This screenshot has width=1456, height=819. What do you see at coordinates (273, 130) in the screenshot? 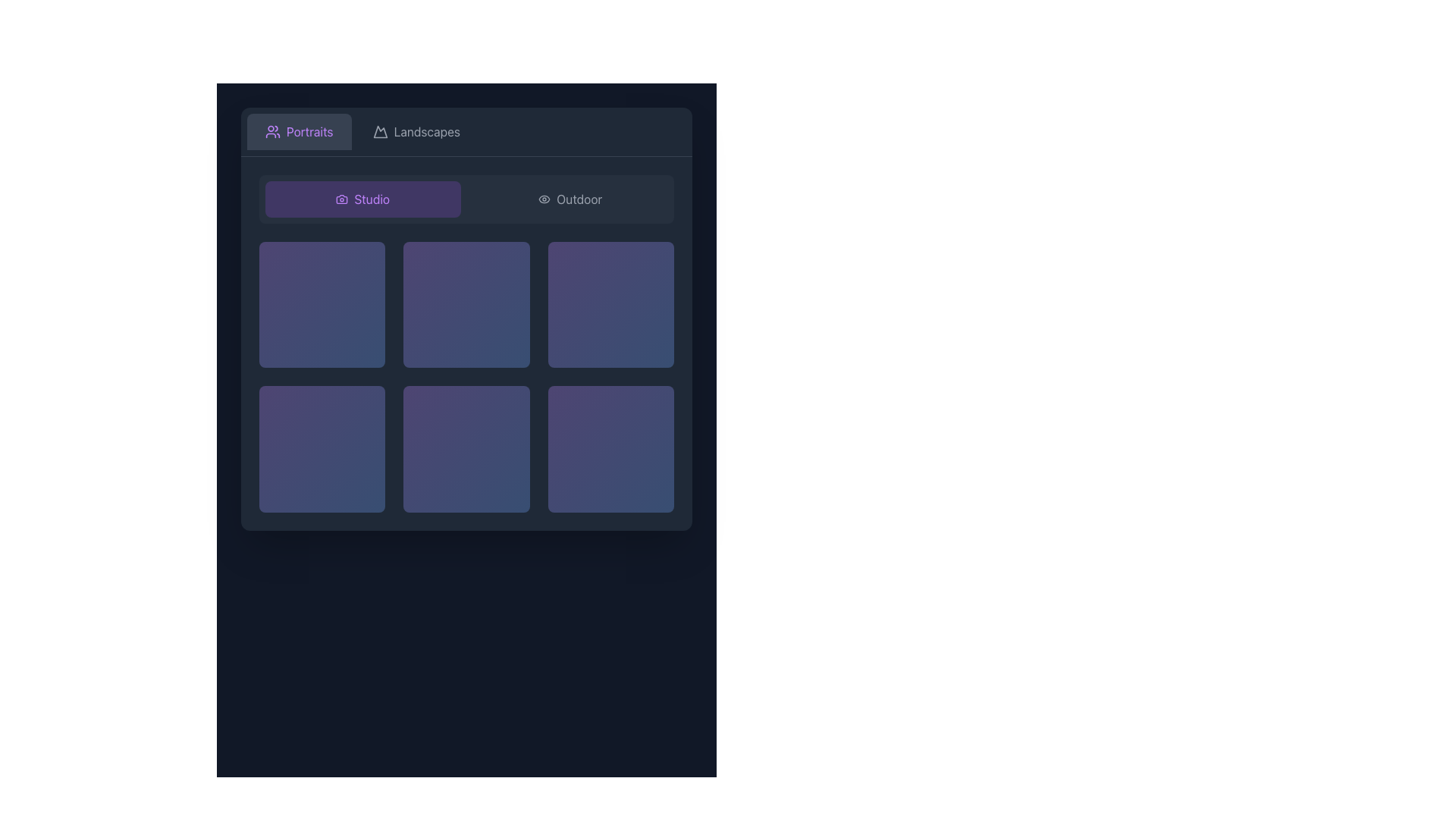
I see `the 'Portraits' category icon located to the left of the text 'Portraits' in the header tab, which is near the top-left corner of the interface` at bounding box center [273, 130].